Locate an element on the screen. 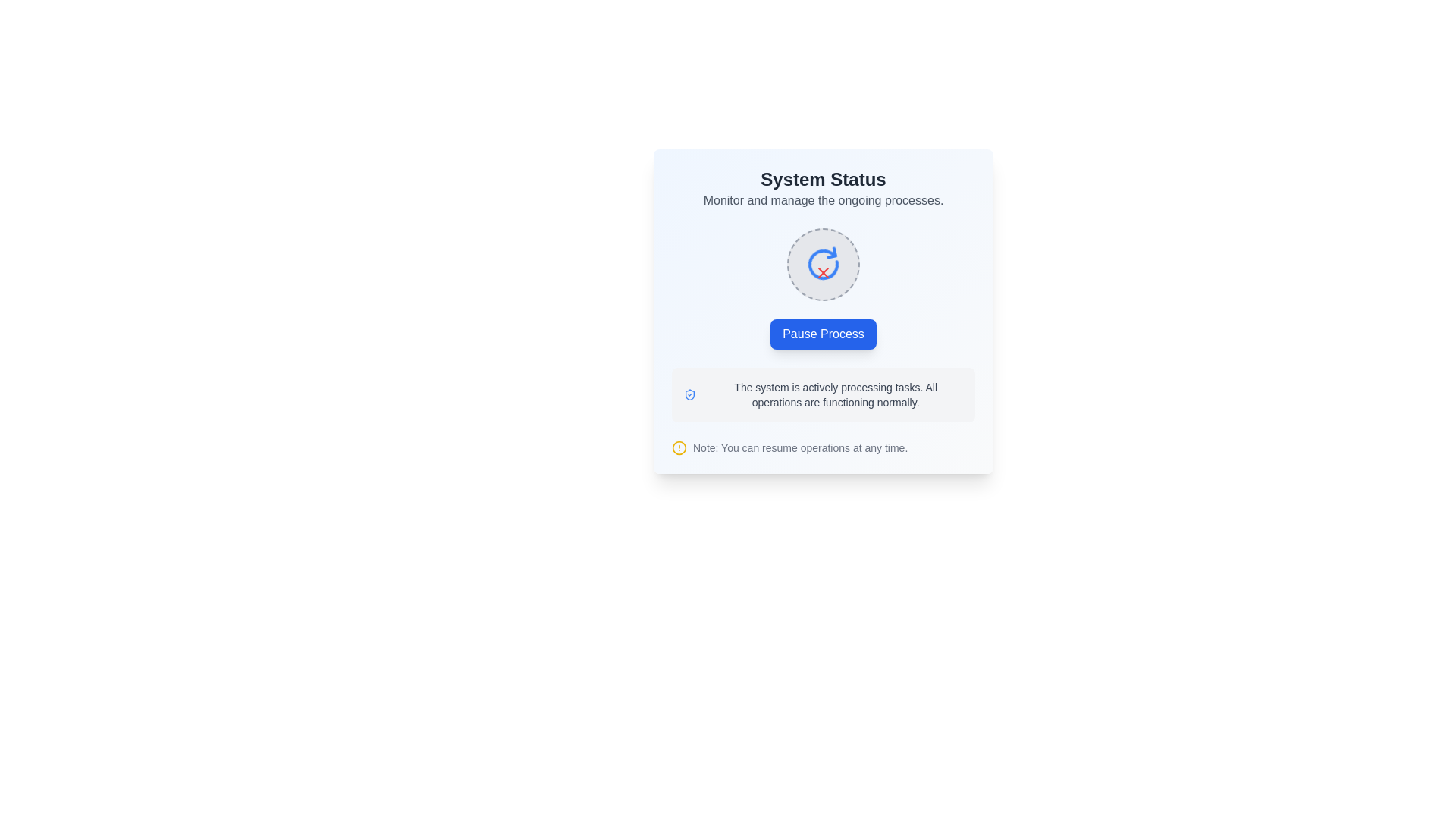 The width and height of the screenshot is (1456, 819). the informational message block that indicates the system is processing tasks, located beneath the 'Pause Process' button and above a smaller text note with a yellow icon is located at coordinates (822, 394).